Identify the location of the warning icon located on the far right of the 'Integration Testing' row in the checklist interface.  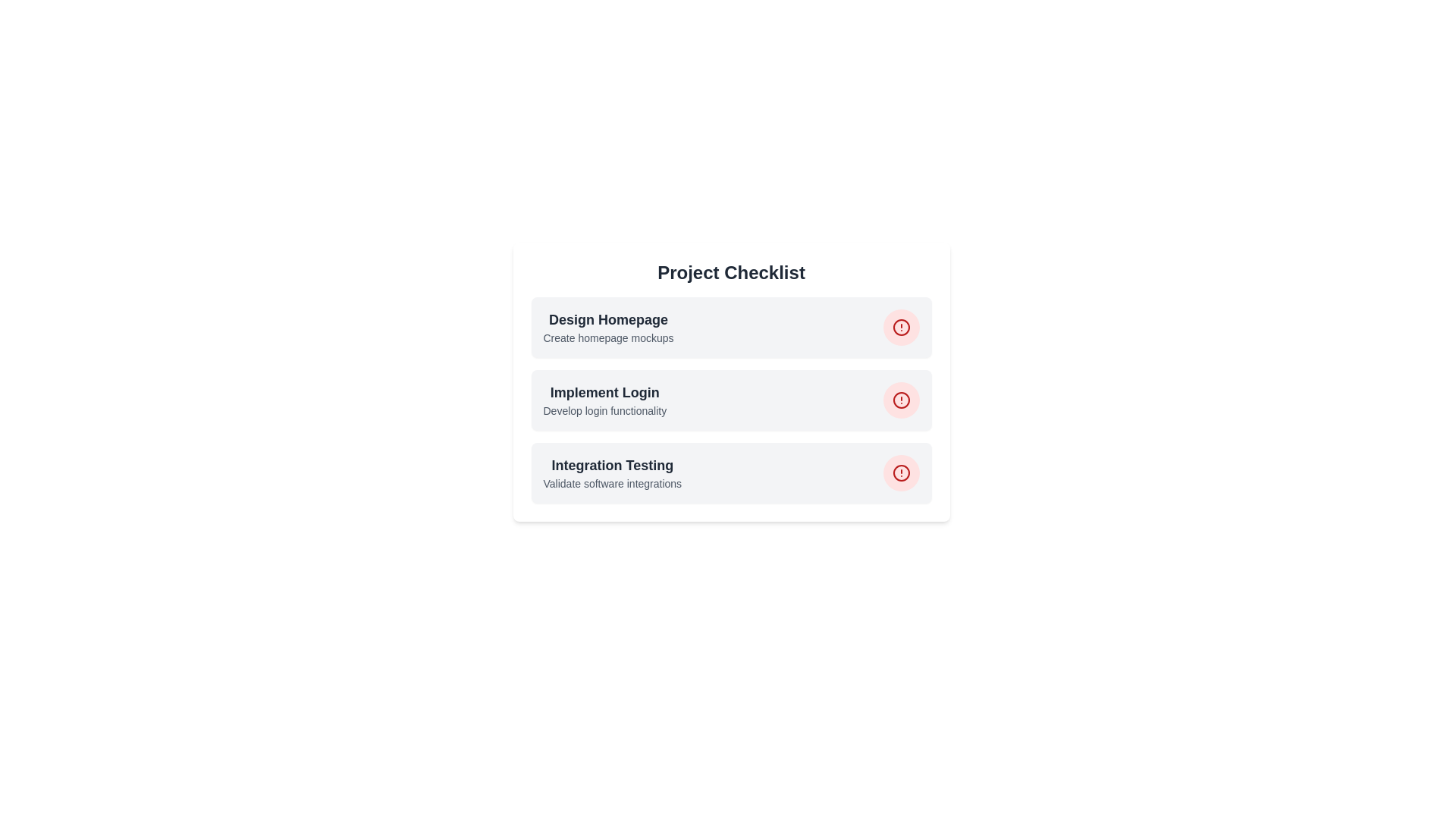
(901, 472).